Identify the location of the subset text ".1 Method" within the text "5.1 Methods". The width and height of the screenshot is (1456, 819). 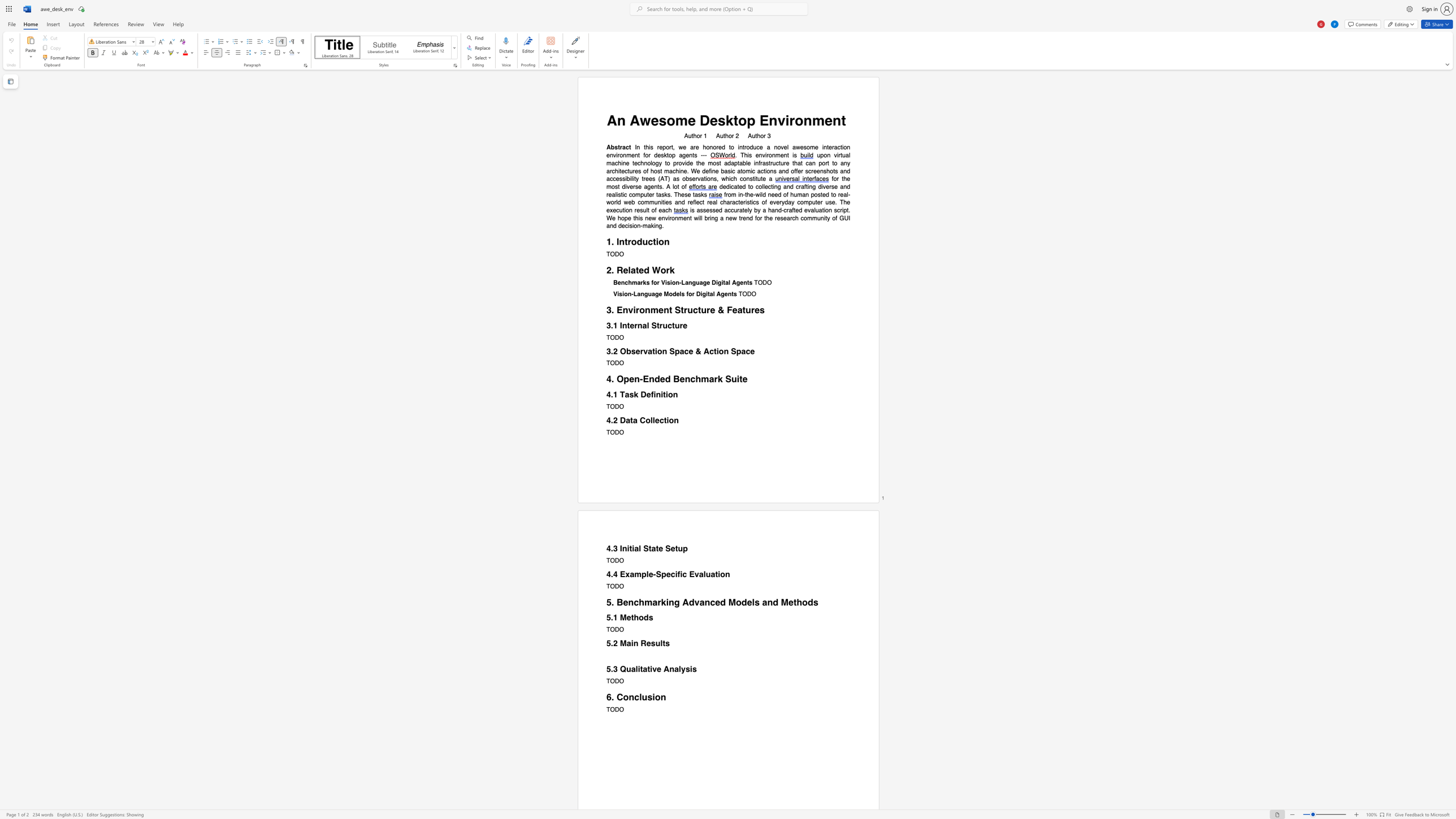
(610, 617).